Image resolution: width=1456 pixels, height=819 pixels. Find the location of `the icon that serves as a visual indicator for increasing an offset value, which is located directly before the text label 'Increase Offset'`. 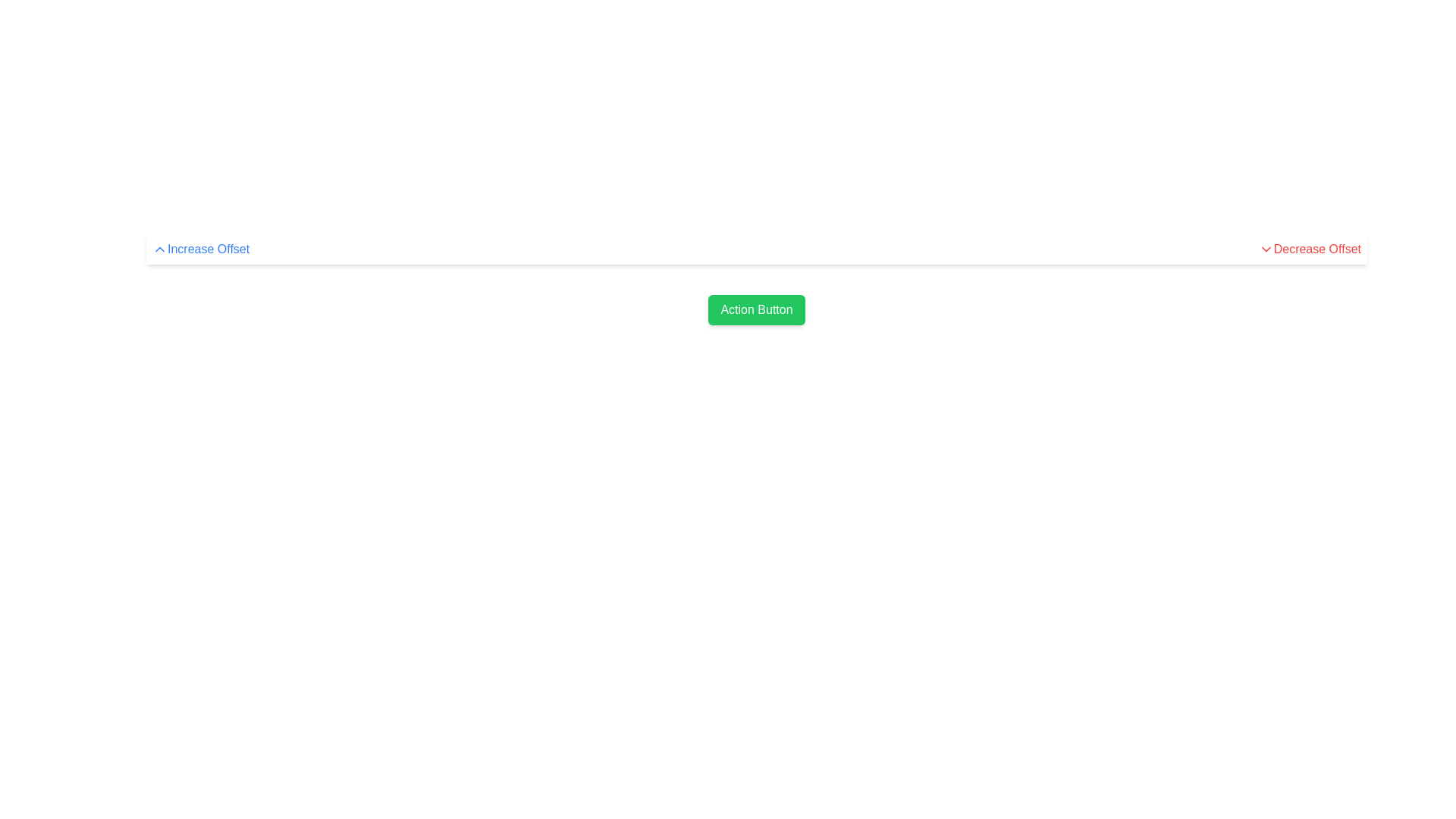

the icon that serves as a visual indicator for increasing an offset value, which is located directly before the text label 'Increase Offset' is located at coordinates (160, 248).